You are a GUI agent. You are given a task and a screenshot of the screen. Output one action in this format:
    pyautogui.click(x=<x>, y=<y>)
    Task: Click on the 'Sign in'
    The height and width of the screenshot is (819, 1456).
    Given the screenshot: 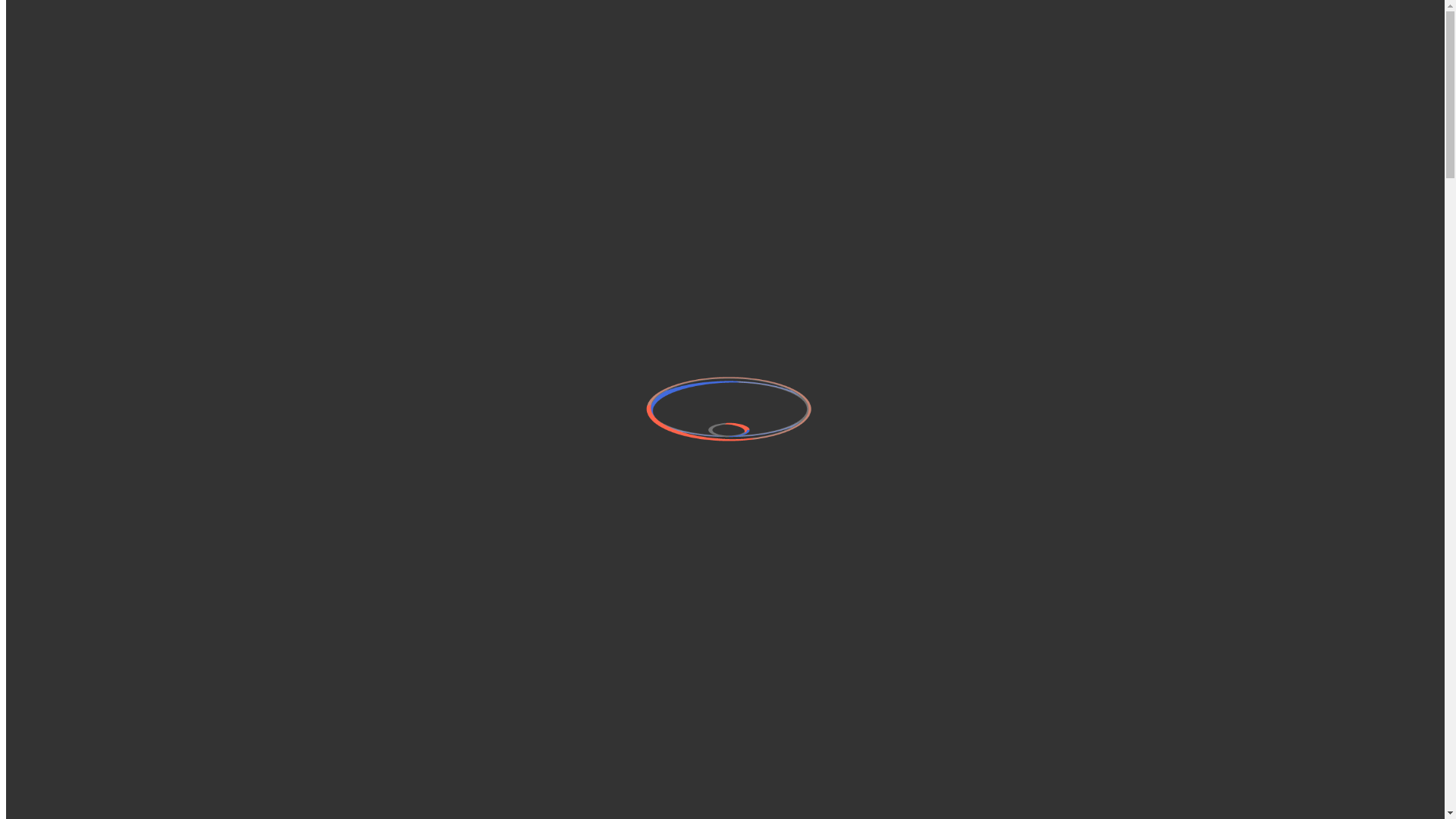 What is the action you would take?
    pyautogui.click(x=83, y=66)
    